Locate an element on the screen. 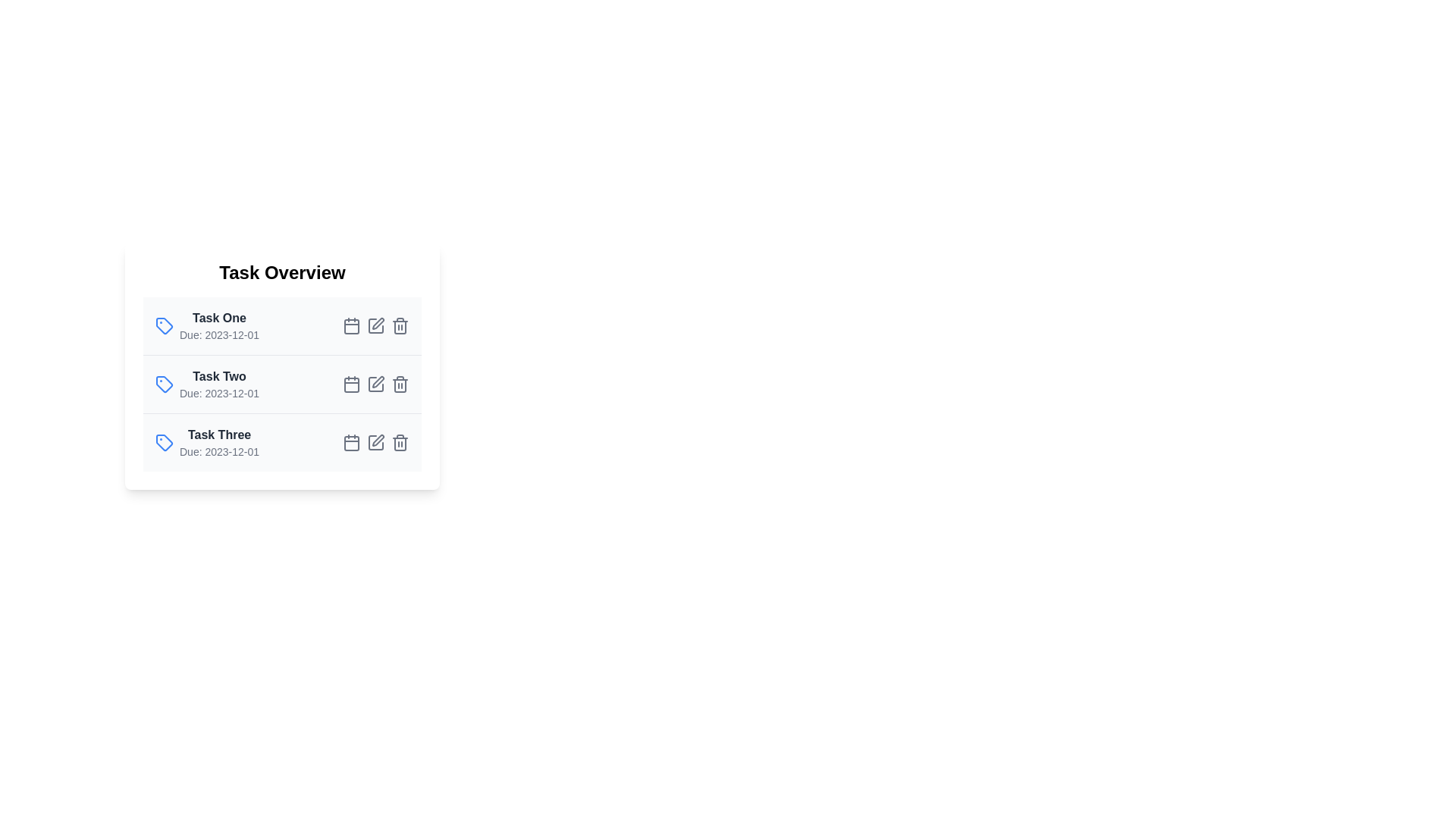 This screenshot has width=1456, height=819. the second entry is located at coordinates (282, 383).